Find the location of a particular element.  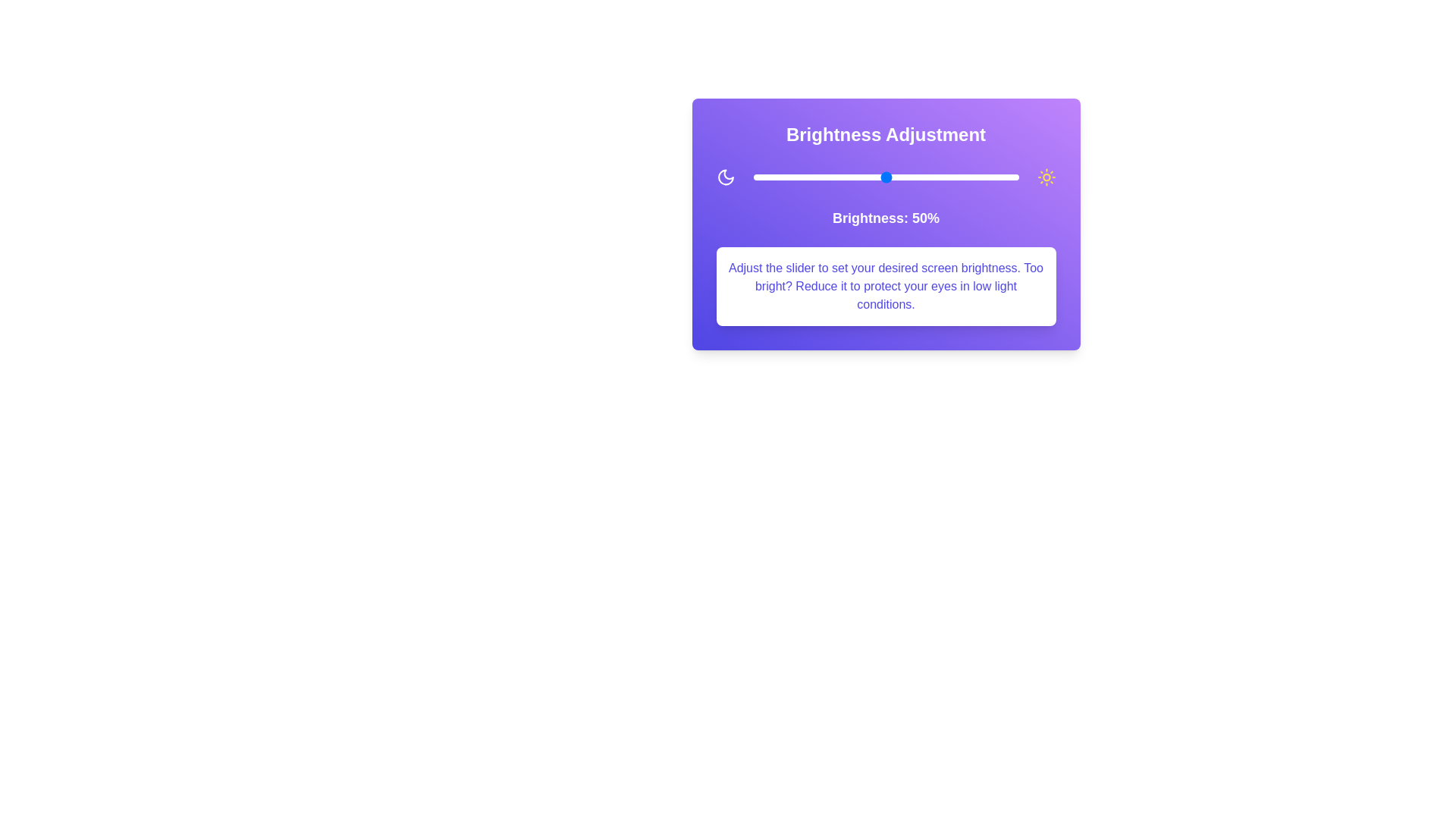

the brightness slider to set it to 2% is located at coordinates (758, 177).